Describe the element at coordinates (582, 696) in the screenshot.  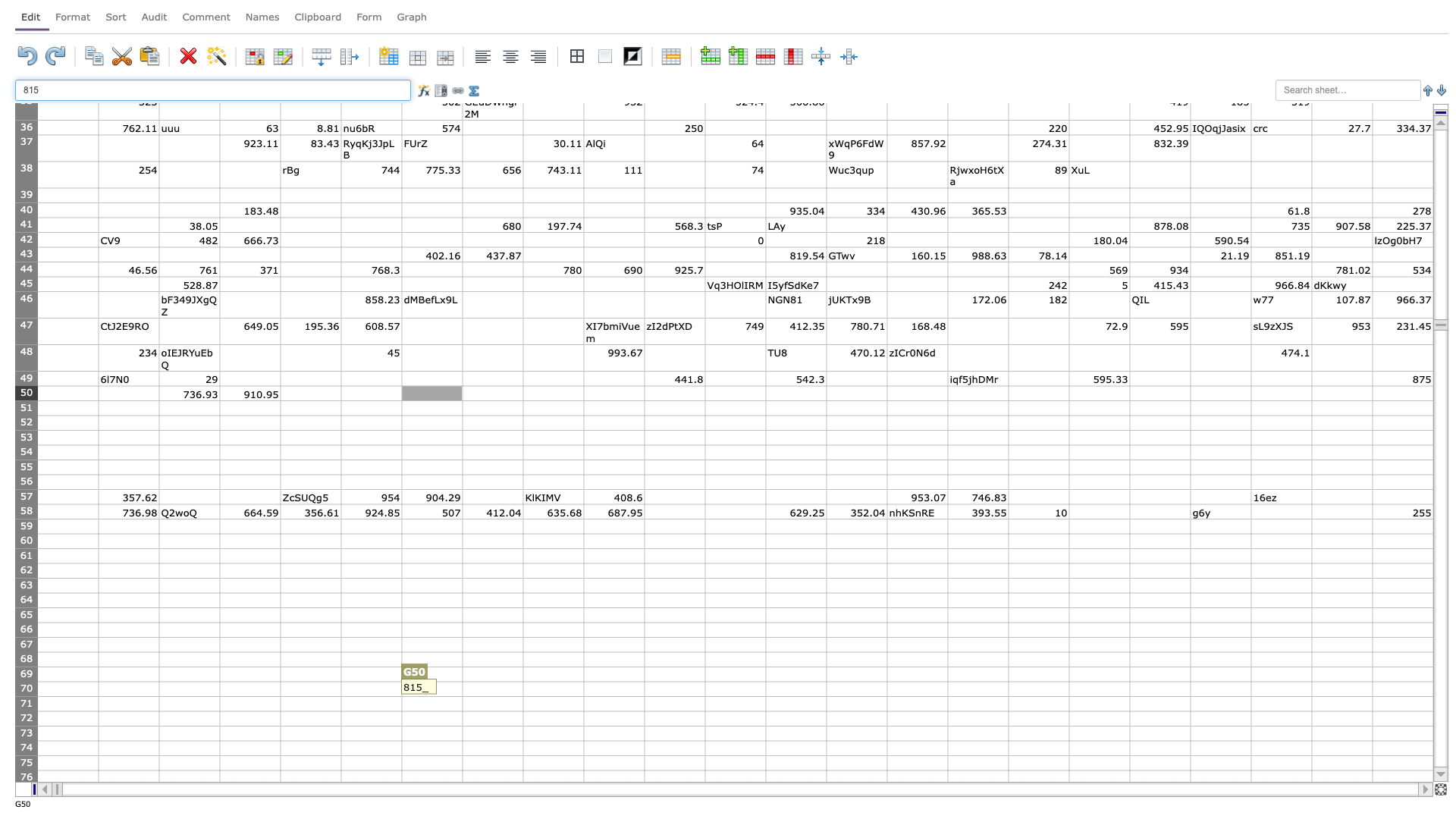
I see `Auto-fill point of cell I70` at that location.